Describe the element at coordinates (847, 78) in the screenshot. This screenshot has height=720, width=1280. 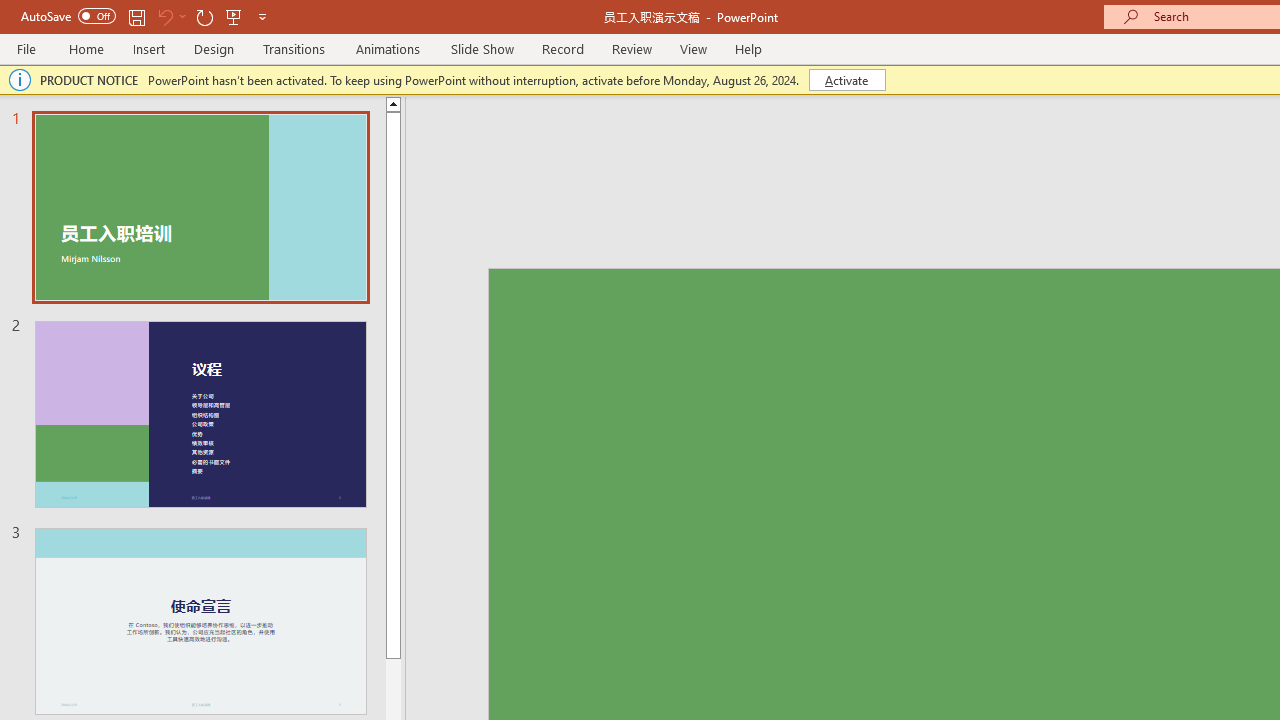
I see `'Activate'` at that location.